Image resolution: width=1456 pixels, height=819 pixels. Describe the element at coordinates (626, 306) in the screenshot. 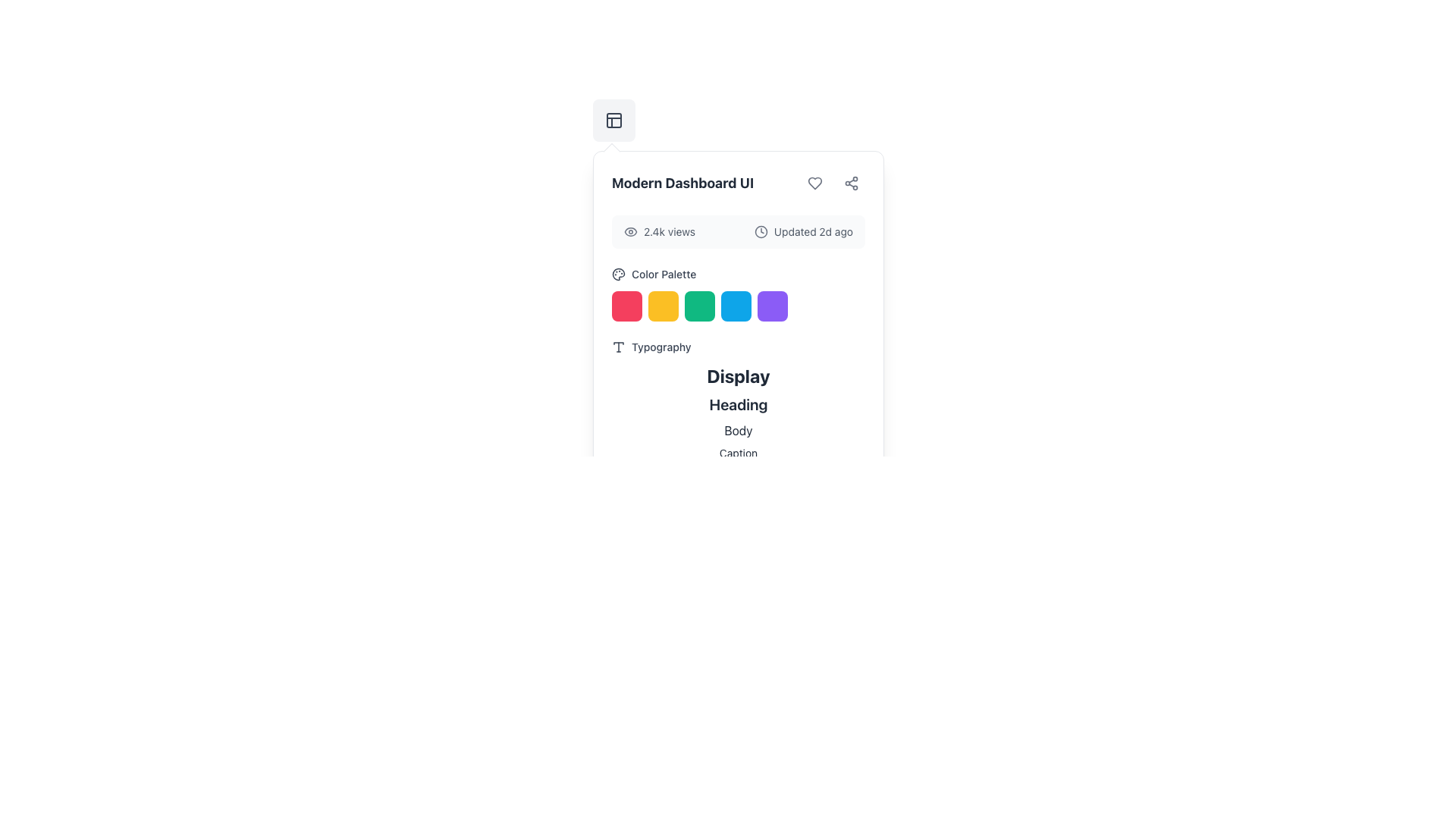

I see `the first square in the Color Palette section for selection` at that location.